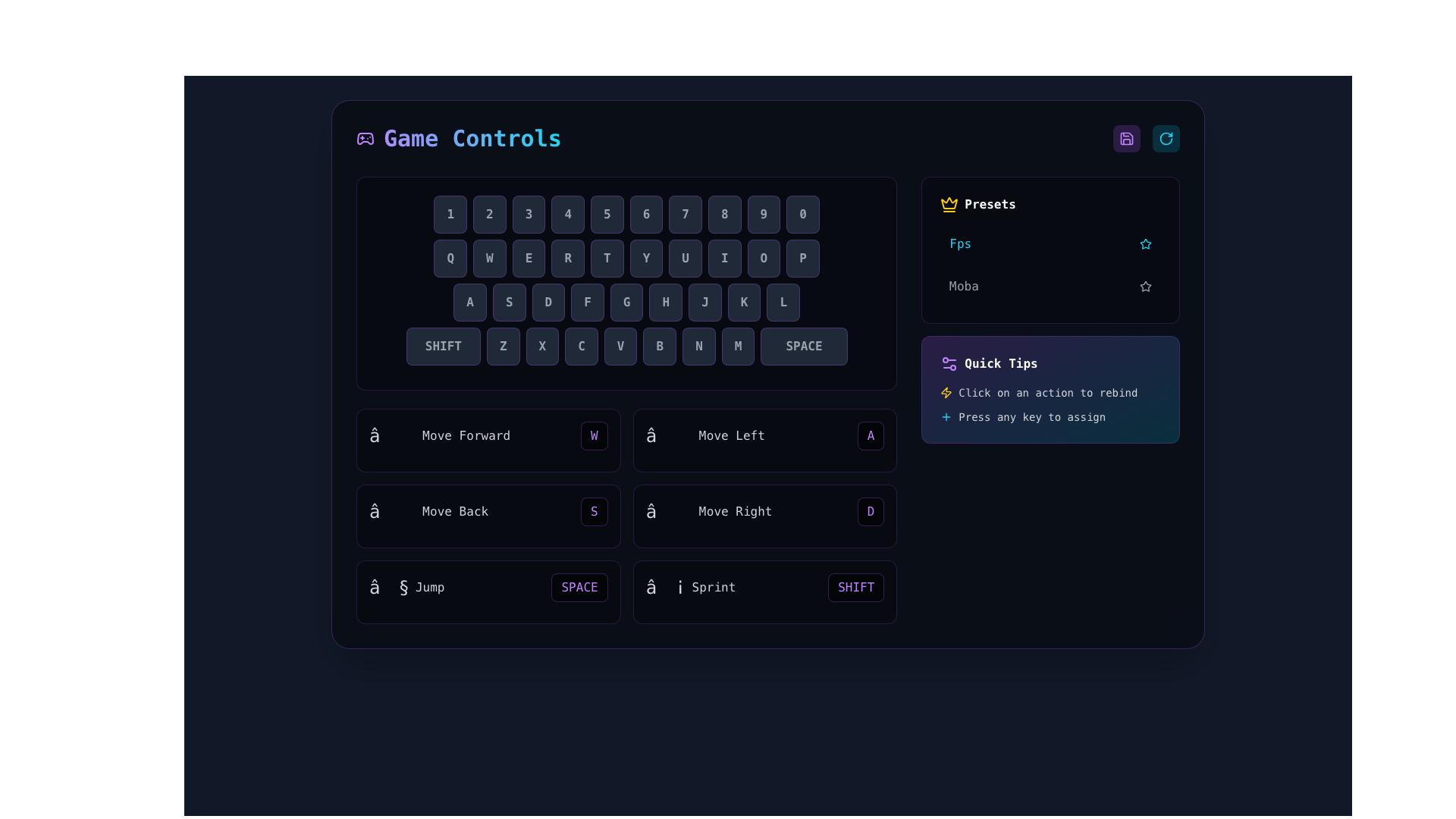 The image size is (1456, 819). What do you see at coordinates (1146, 243) in the screenshot?
I see `the interaction state of the cyan-colored outlined star icon that is part of the 'fps' option in the UI, located next to the text label` at bounding box center [1146, 243].